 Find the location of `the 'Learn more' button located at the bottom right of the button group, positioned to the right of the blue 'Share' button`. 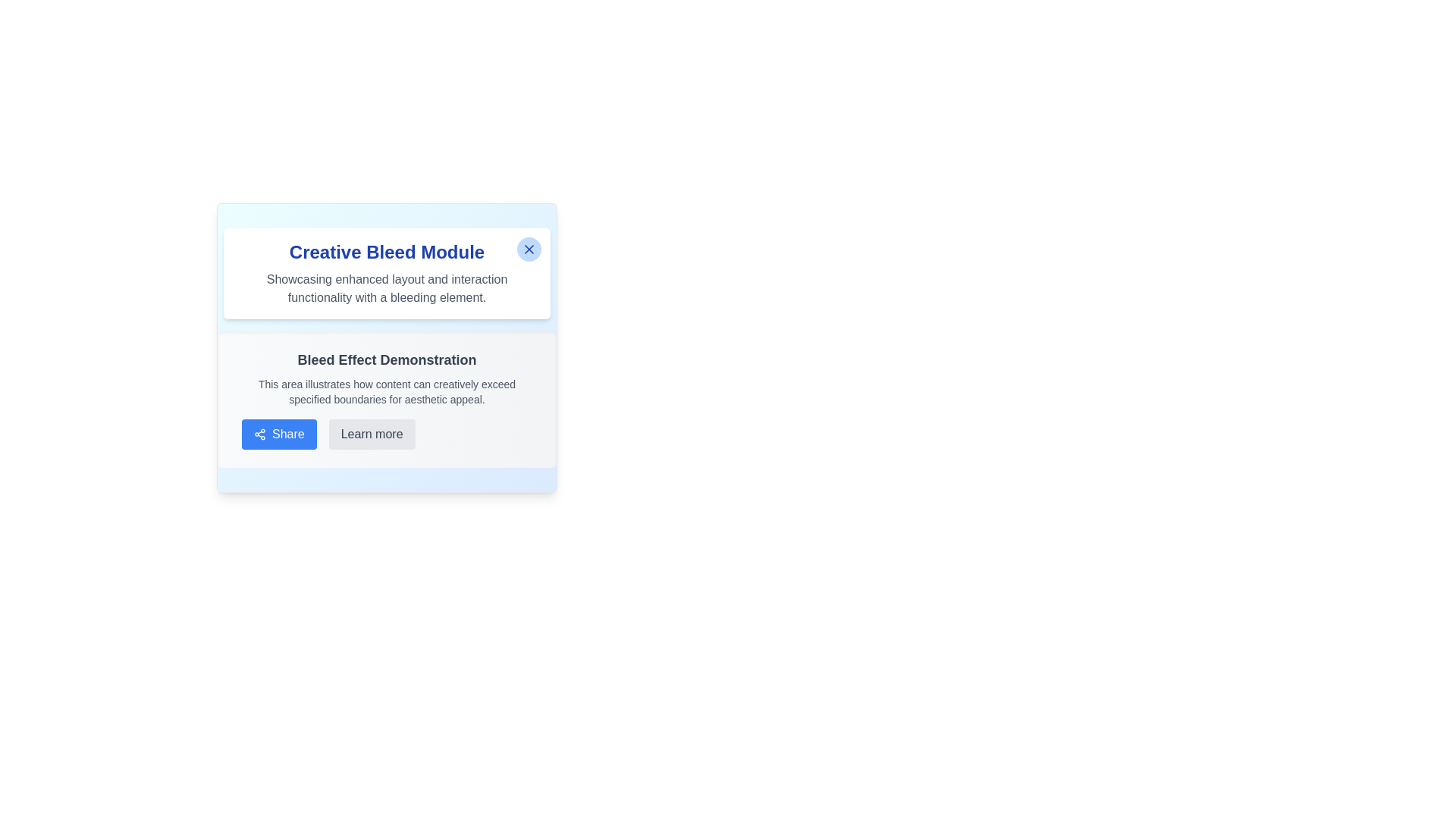

the 'Learn more' button located at the bottom right of the button group, positioned to the right of the blue 'Share' button is located at coordinates (372, 435).